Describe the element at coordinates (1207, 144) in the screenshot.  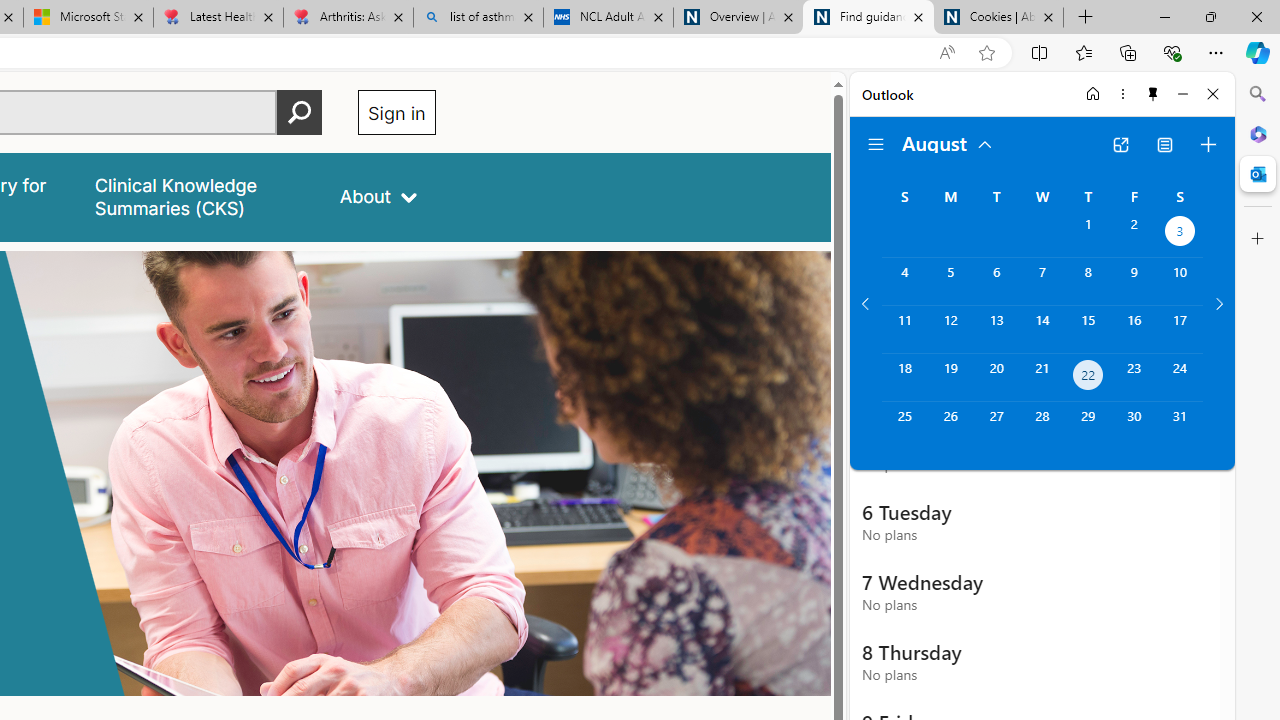
I see `'Create event'` at that location.